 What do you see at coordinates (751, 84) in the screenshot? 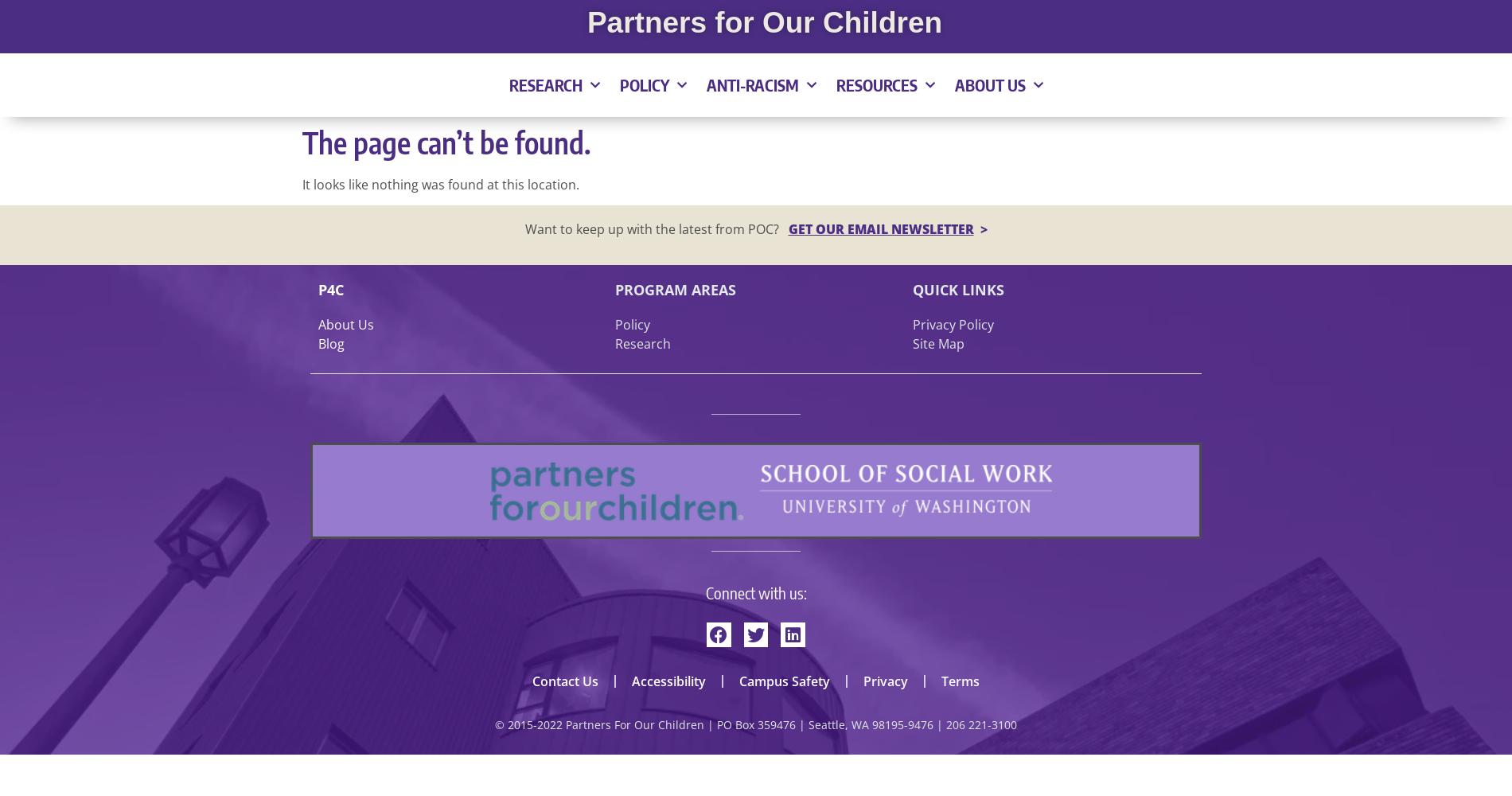
I see `'Anti-racism'` at bounding box center [751, 84].